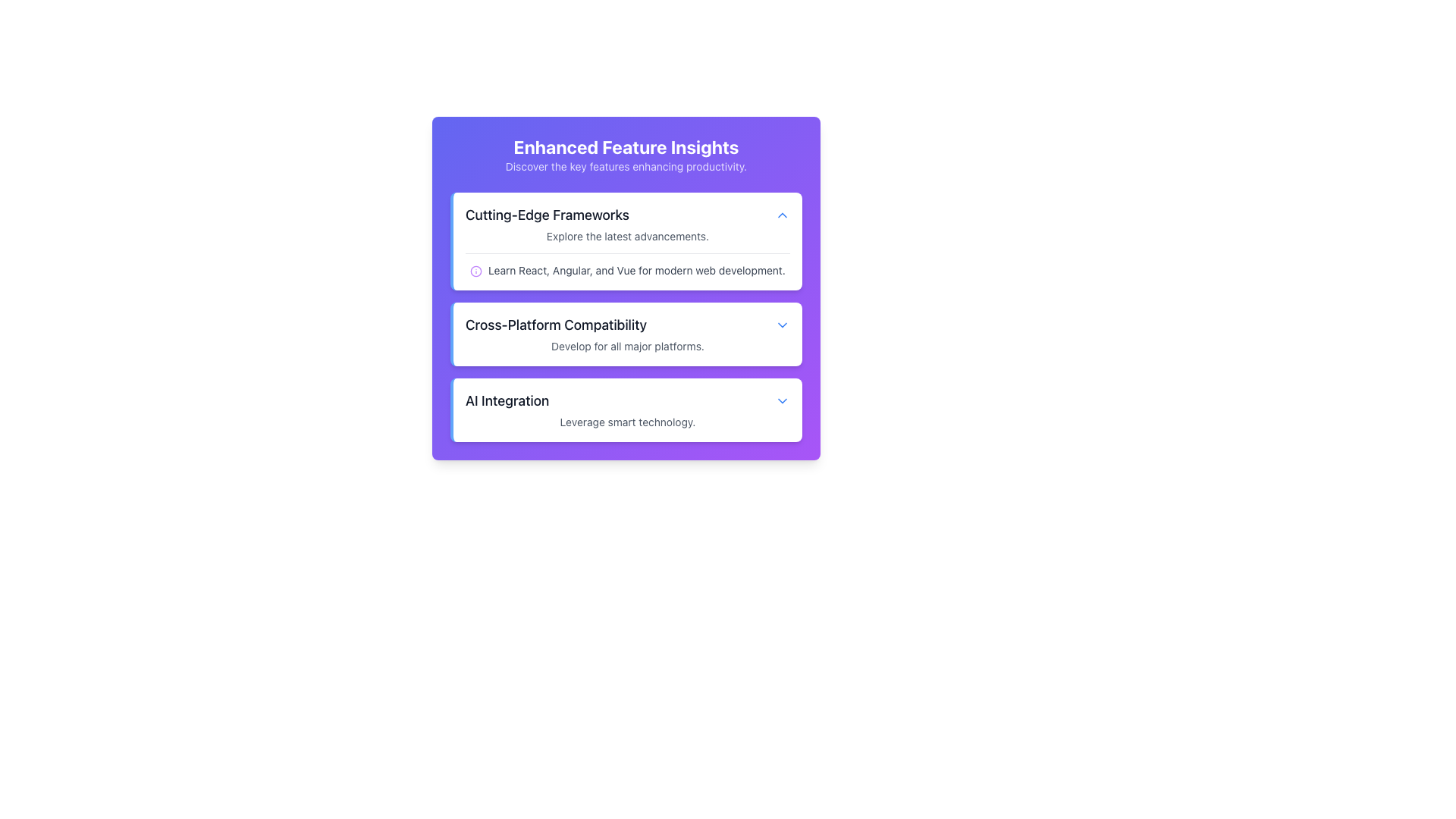  What do you see at coordinates (507, 400) in the screenshot?
I see `the Text Label that summarizes the AI integration feature, located beneath the 'Cross-Platform Compatibility' section and aligned with the chevron icon` at bounding box center [507, 400].